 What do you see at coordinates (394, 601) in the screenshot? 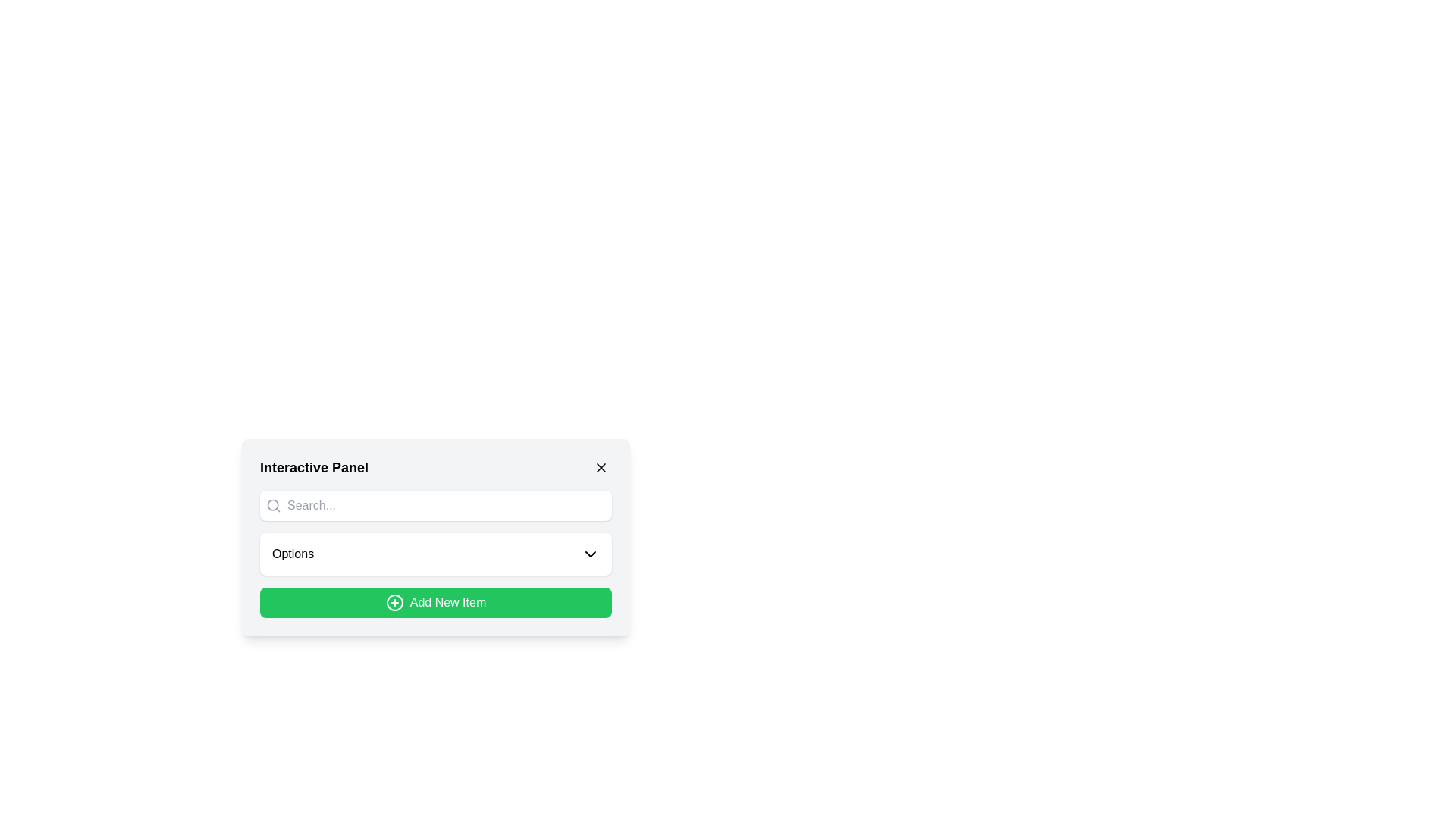
I see `the 'circle-plus' SVG icon inside the green button labeled 'Add New Item'` at bounding box center [394, 601].